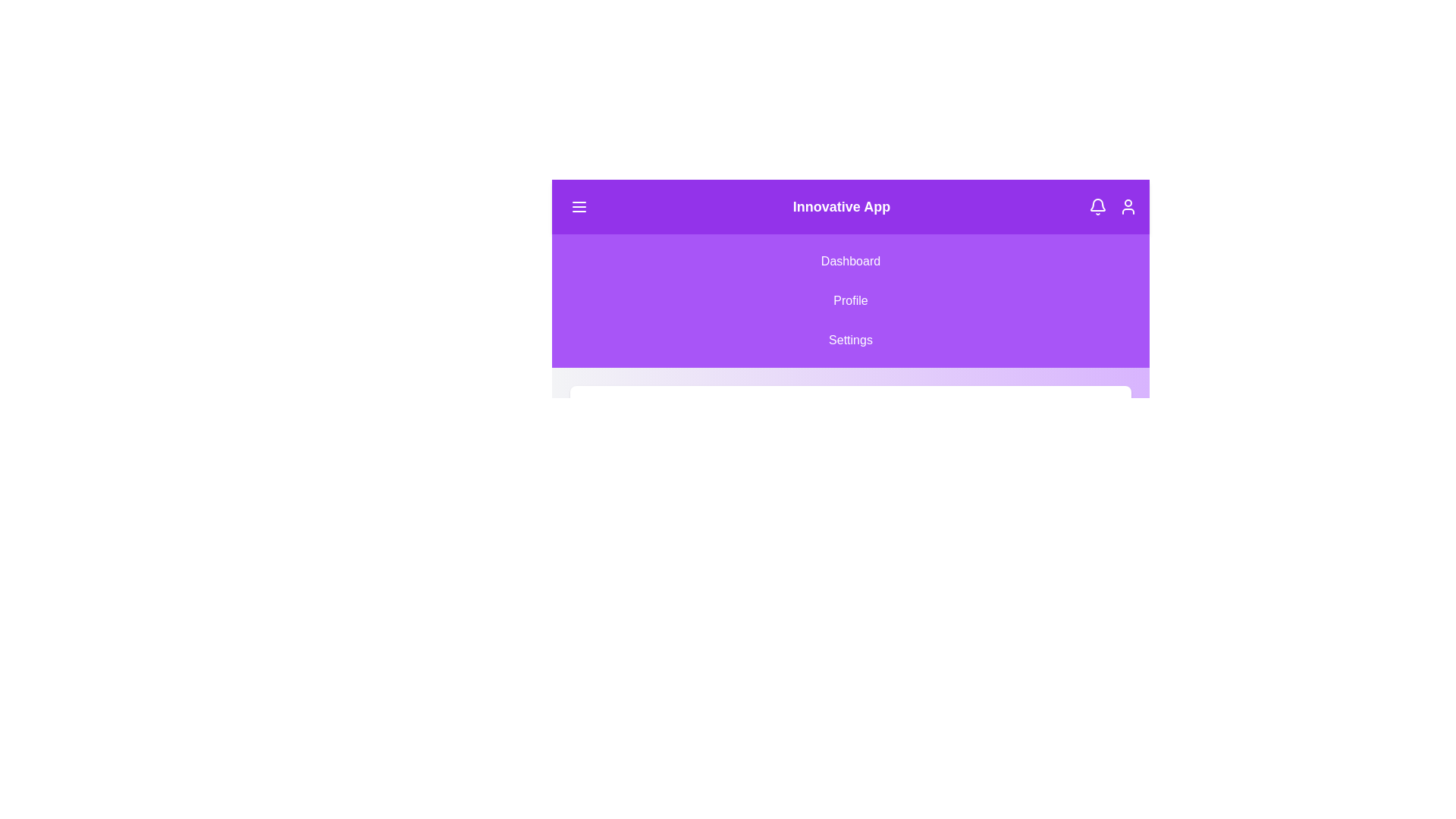 The height and width of the screenshot is (819, 1456). I want to click on the menu icon to toggle the navigation menu, so click(578, 207).